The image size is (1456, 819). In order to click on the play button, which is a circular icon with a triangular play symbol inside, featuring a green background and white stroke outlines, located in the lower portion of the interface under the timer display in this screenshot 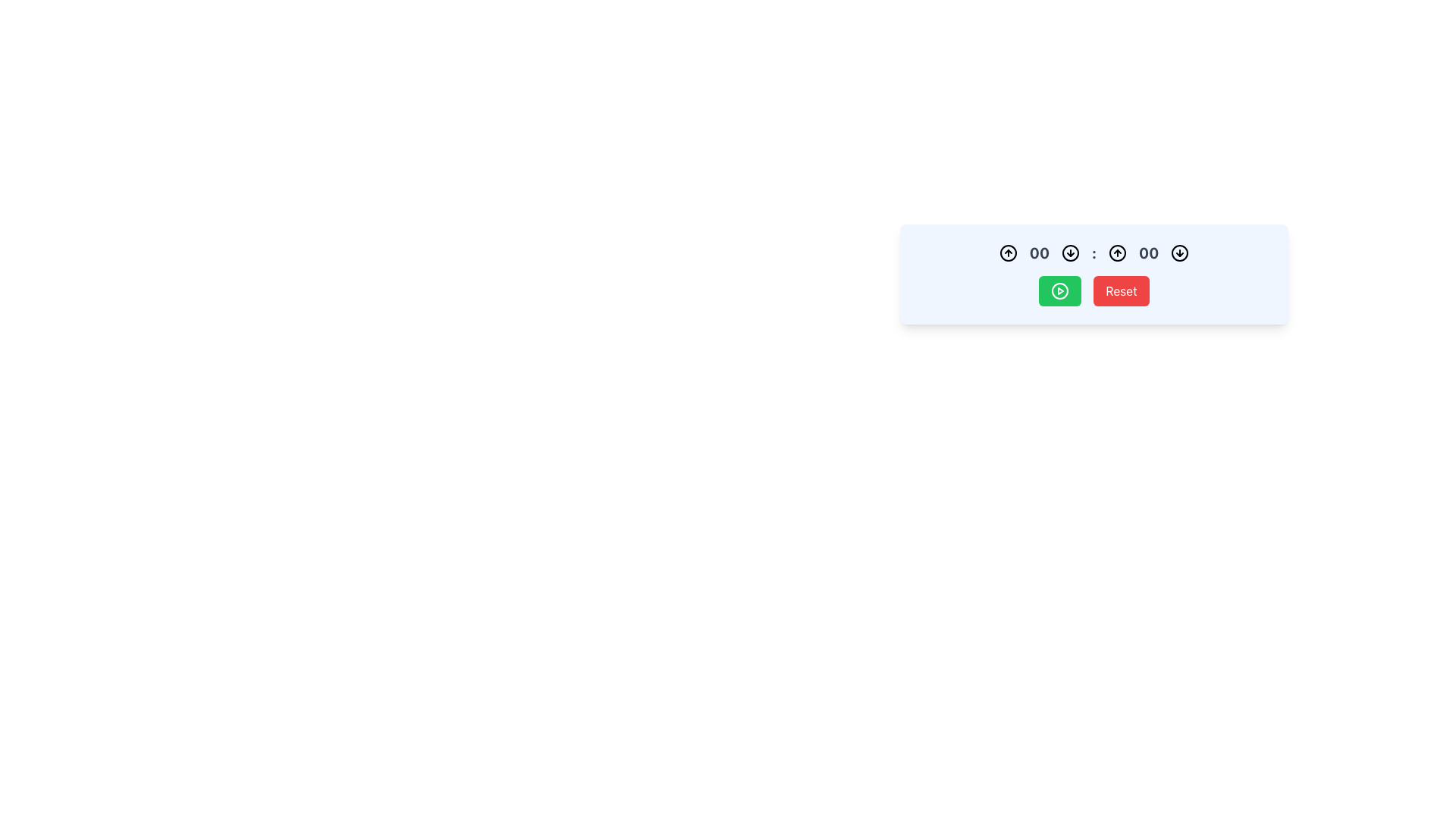, I will do `click(1059, 291)`.